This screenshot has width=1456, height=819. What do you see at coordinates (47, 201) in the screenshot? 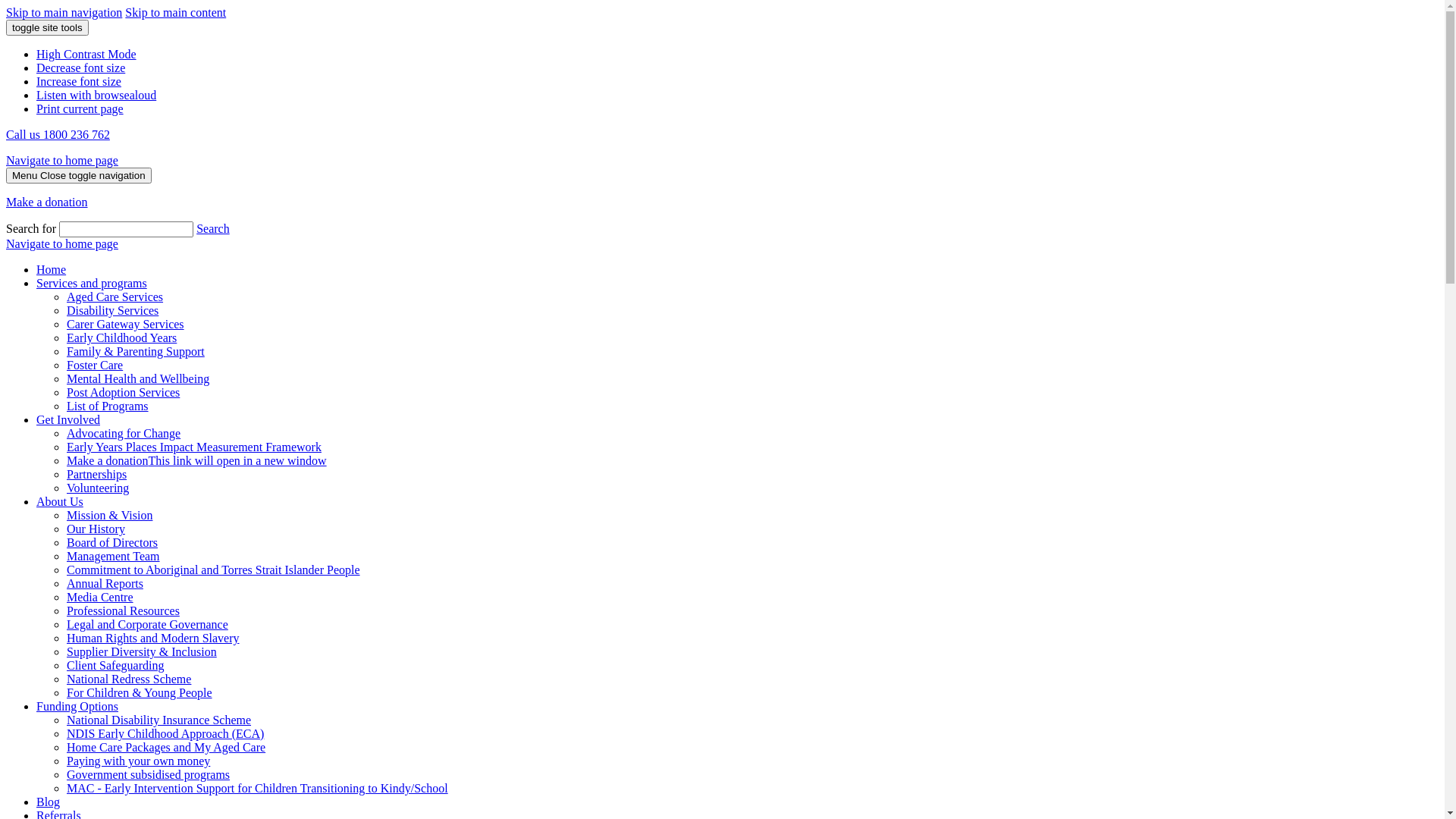
I see `'Make a donation'` at bounding box center [47, 201].